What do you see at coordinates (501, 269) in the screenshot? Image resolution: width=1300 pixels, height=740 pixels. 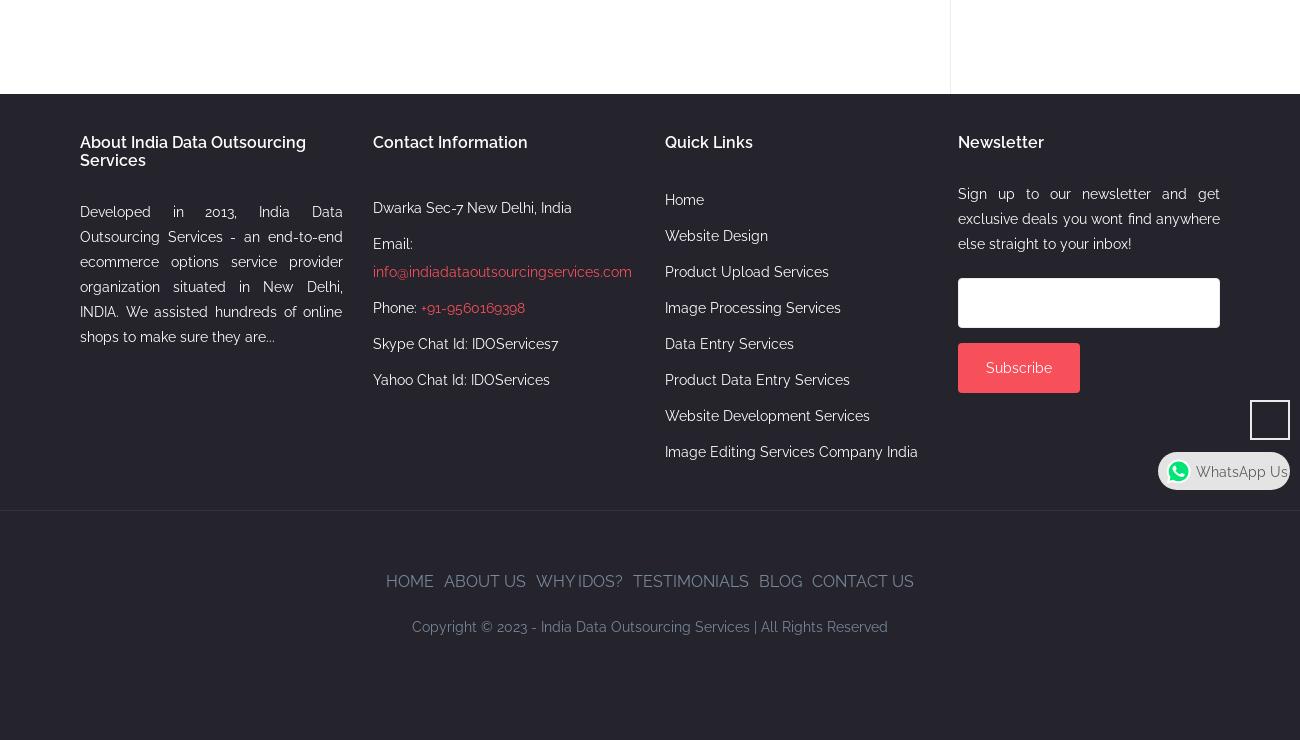 I see `'info@indiadataoutsourcingservices.com'` at bounding box center [501, 269].